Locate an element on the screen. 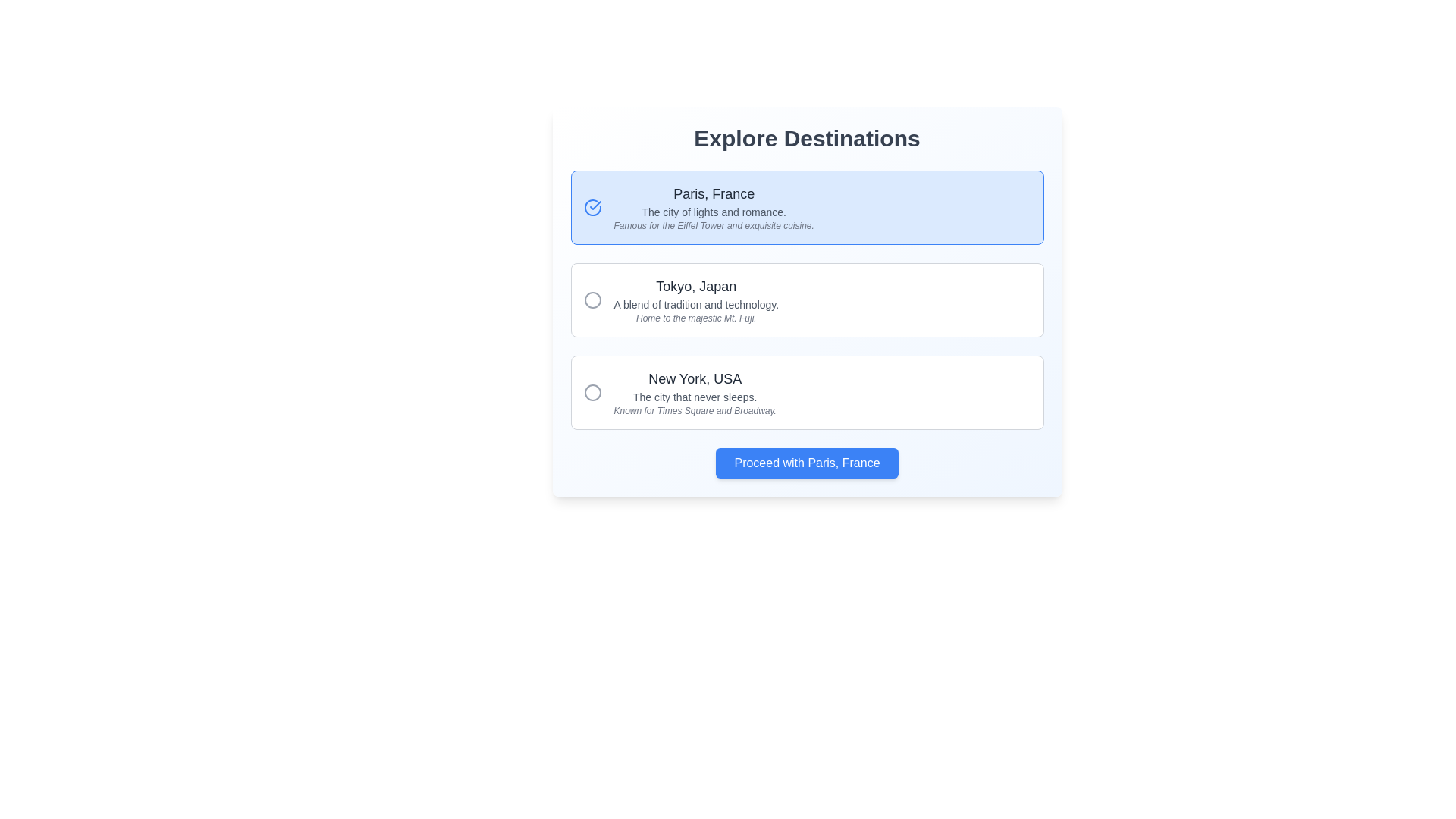 This screenshot has width=1456, height=819. the non-checked radio button located to the left of the text 'Tokyo, Japan' in the second option card is located at coordinates (591, 300).